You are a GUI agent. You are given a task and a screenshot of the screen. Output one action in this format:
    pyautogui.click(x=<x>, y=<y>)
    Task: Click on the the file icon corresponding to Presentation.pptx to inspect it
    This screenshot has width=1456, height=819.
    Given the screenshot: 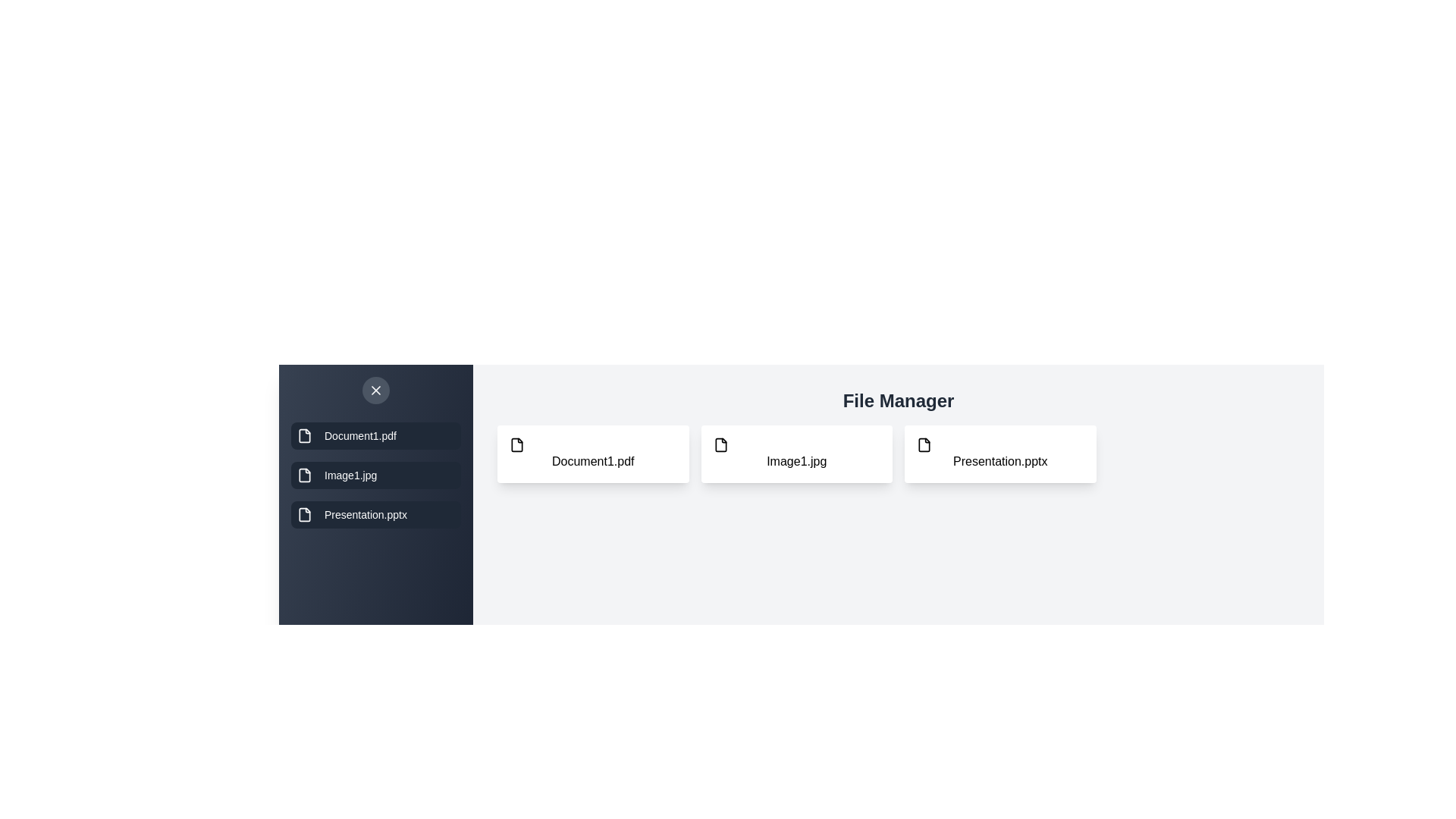 What is the action you would take?
    pyautogui.click(x=1000, y=453)
    